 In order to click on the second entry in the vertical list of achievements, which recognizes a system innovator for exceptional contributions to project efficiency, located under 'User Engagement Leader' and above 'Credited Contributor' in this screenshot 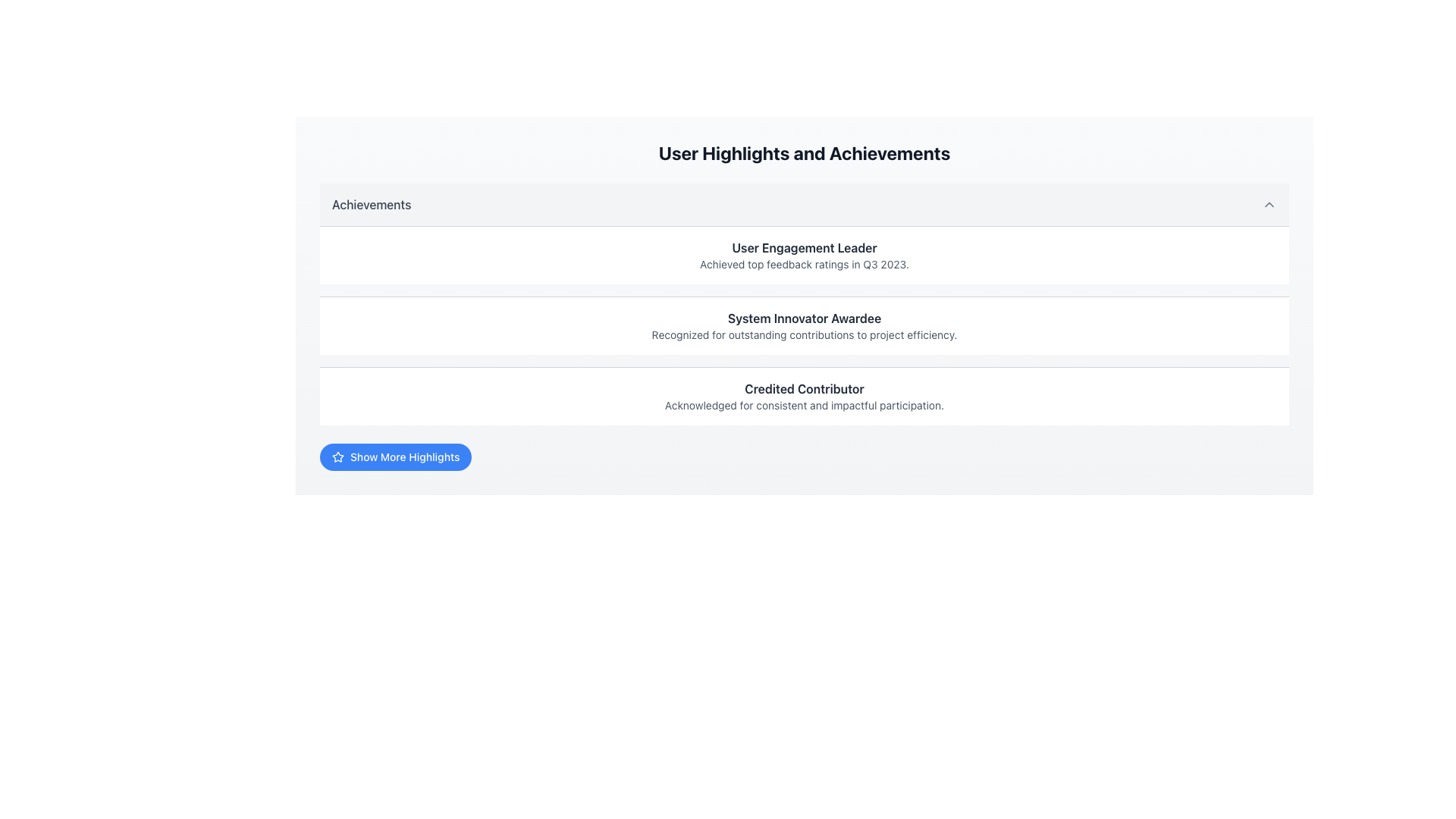, I will do `click(803, 325)`.